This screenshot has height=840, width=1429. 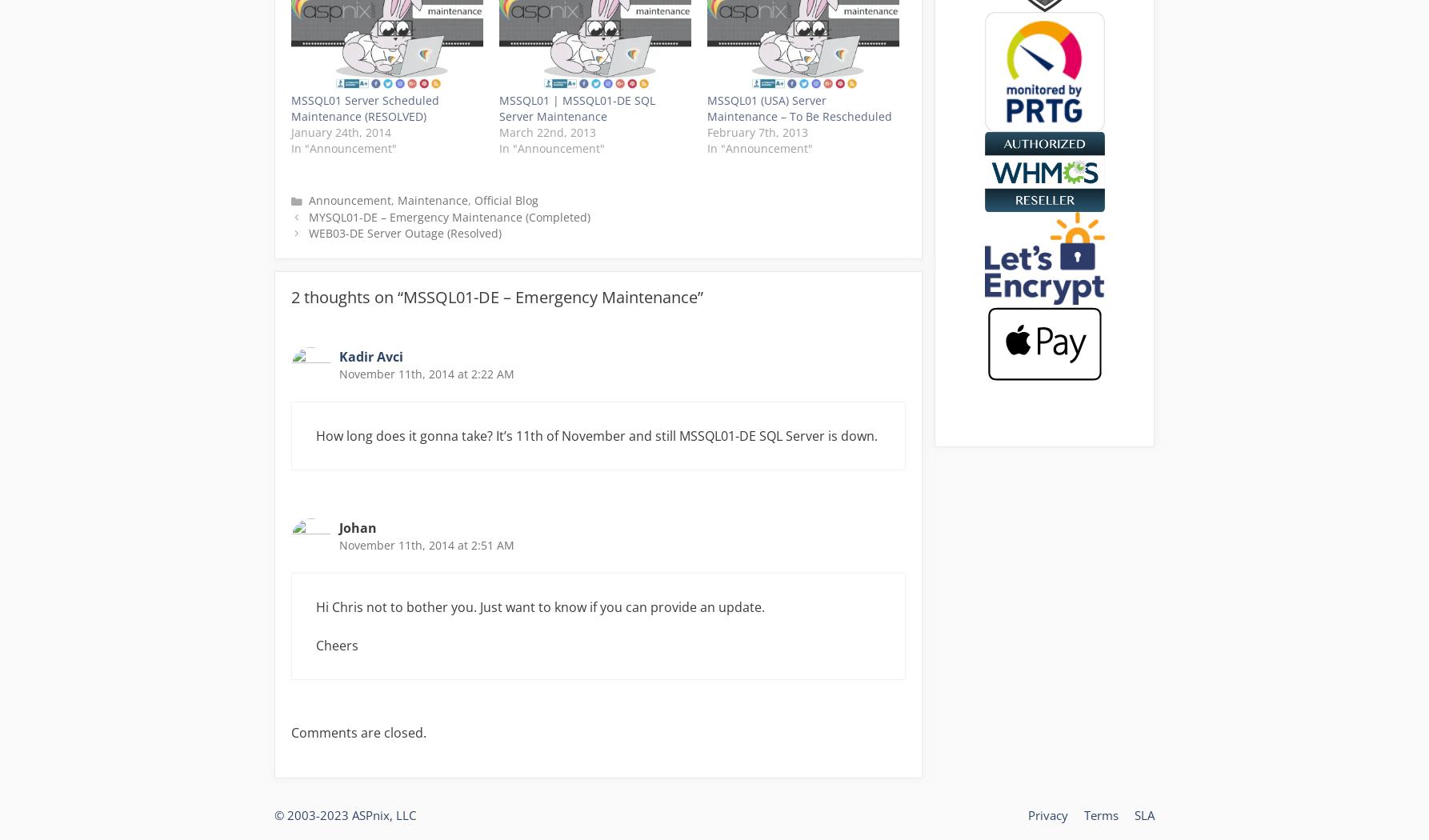 What do you see at coordinates (426, 544) in the screenshot?
I see `'November 11th, 2014 at 2:51 AM'` at bounding box center [426, 544].